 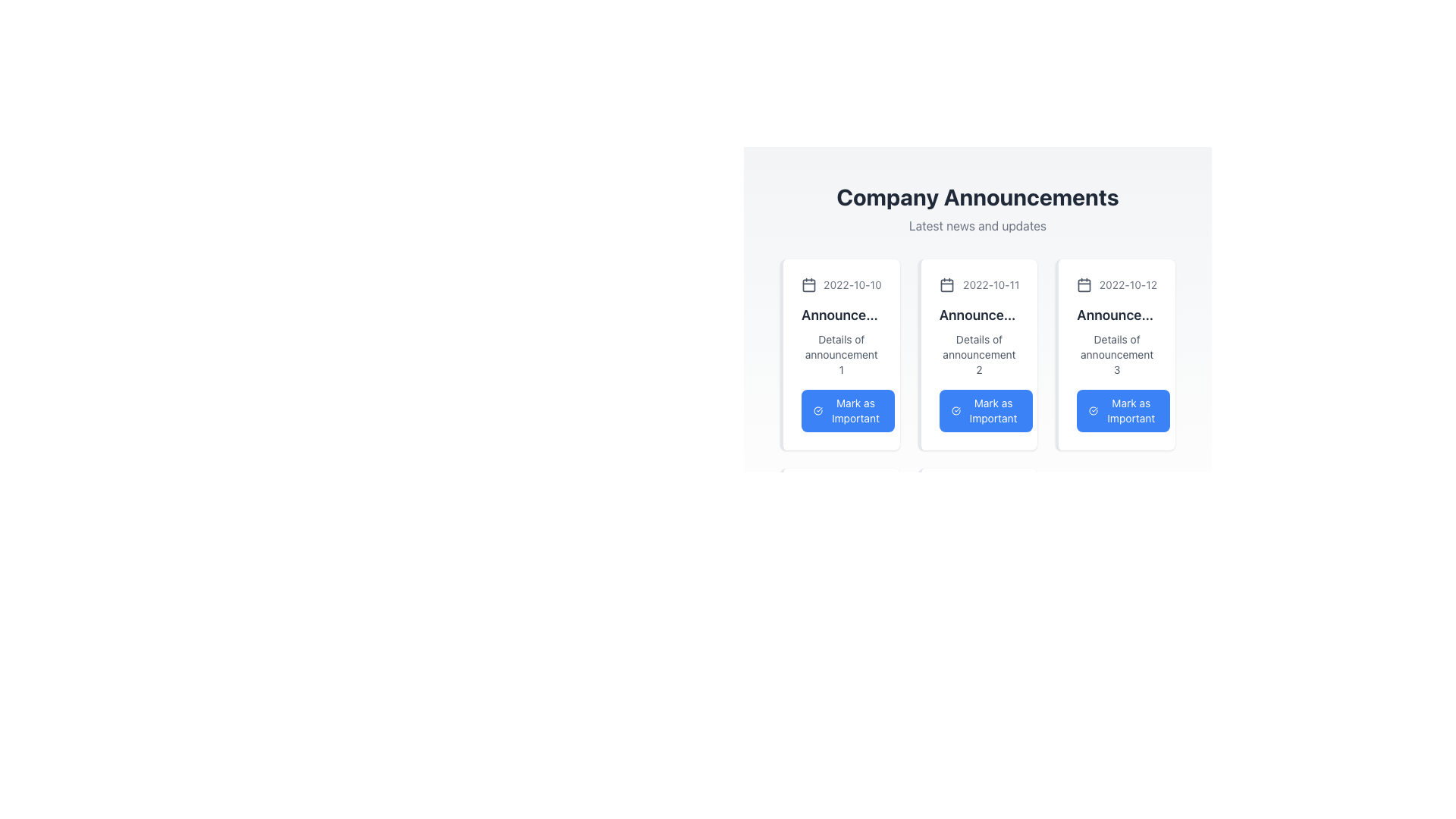 I want to click on date information displayed in the Text Label with Icon showing '2022-10-12' next to a calendar icon at the top of the announcement card for 'Announcement 3', so click(x=1117, y=284).